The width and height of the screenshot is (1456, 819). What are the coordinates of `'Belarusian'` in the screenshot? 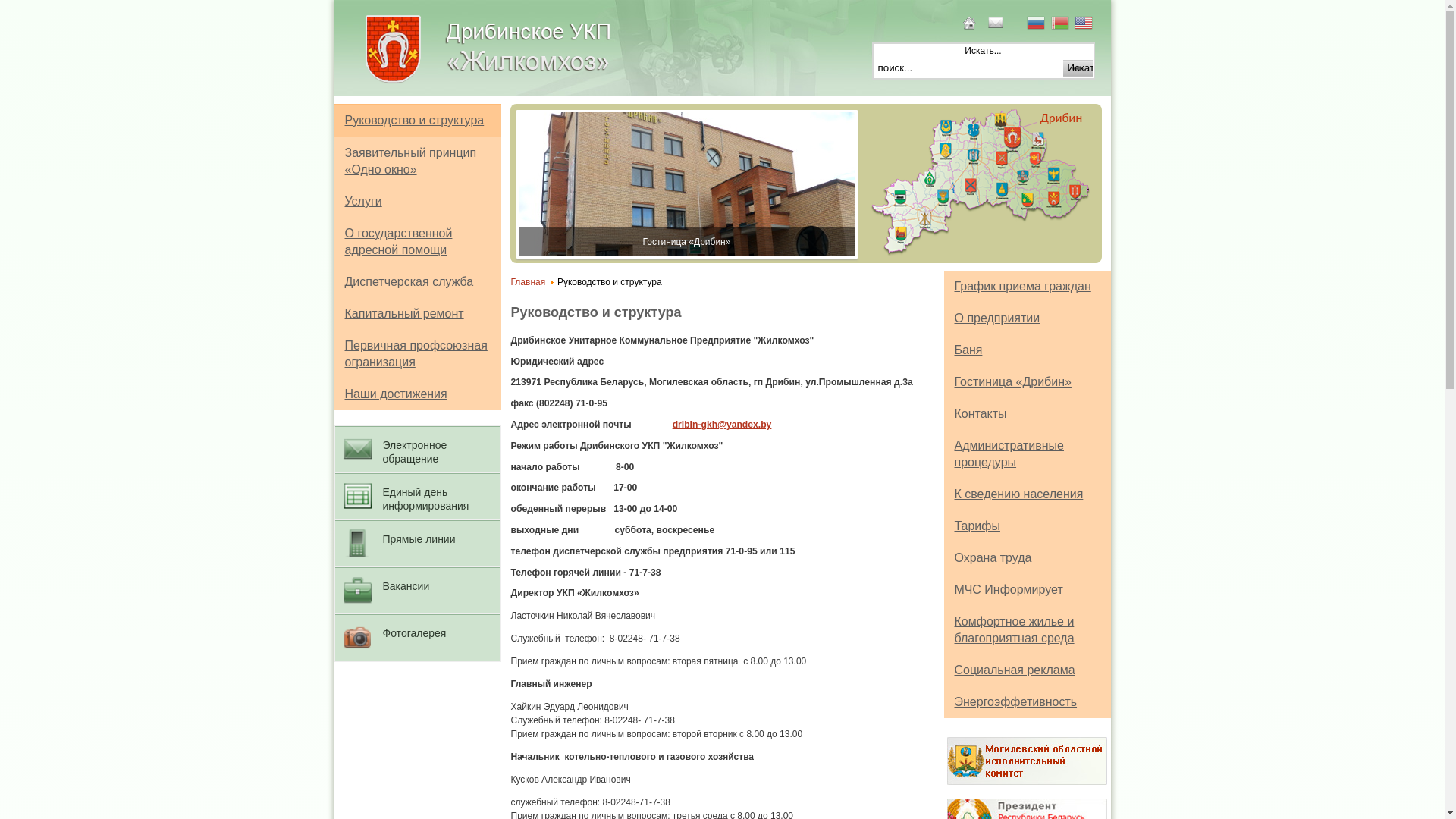 It's located at (1050, 24).